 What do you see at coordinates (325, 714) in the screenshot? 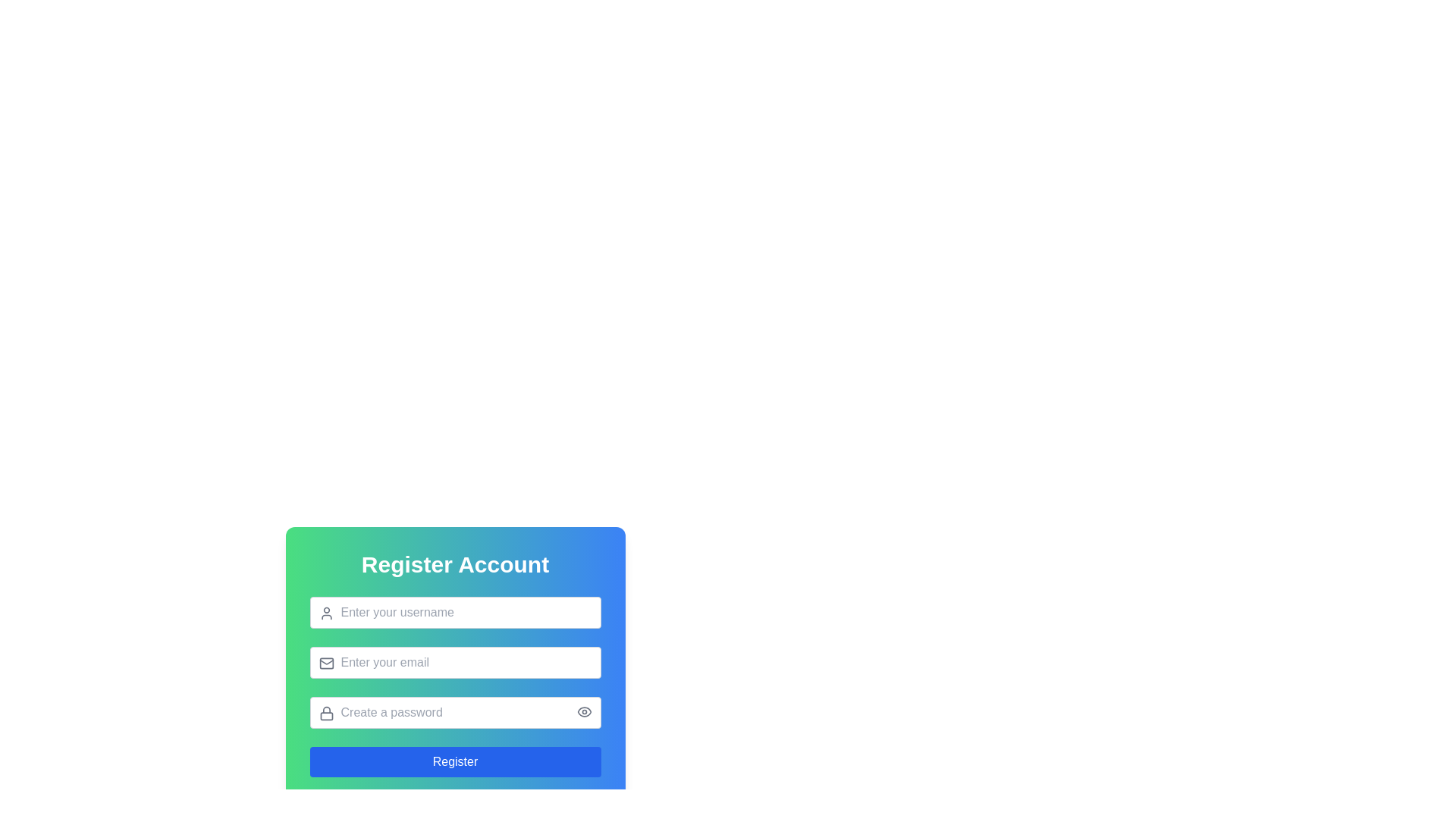
I see `the lock icon located to the left of the 'Create a password' input field, indicating secure password entry functionality` at bounding box center [325, 714].